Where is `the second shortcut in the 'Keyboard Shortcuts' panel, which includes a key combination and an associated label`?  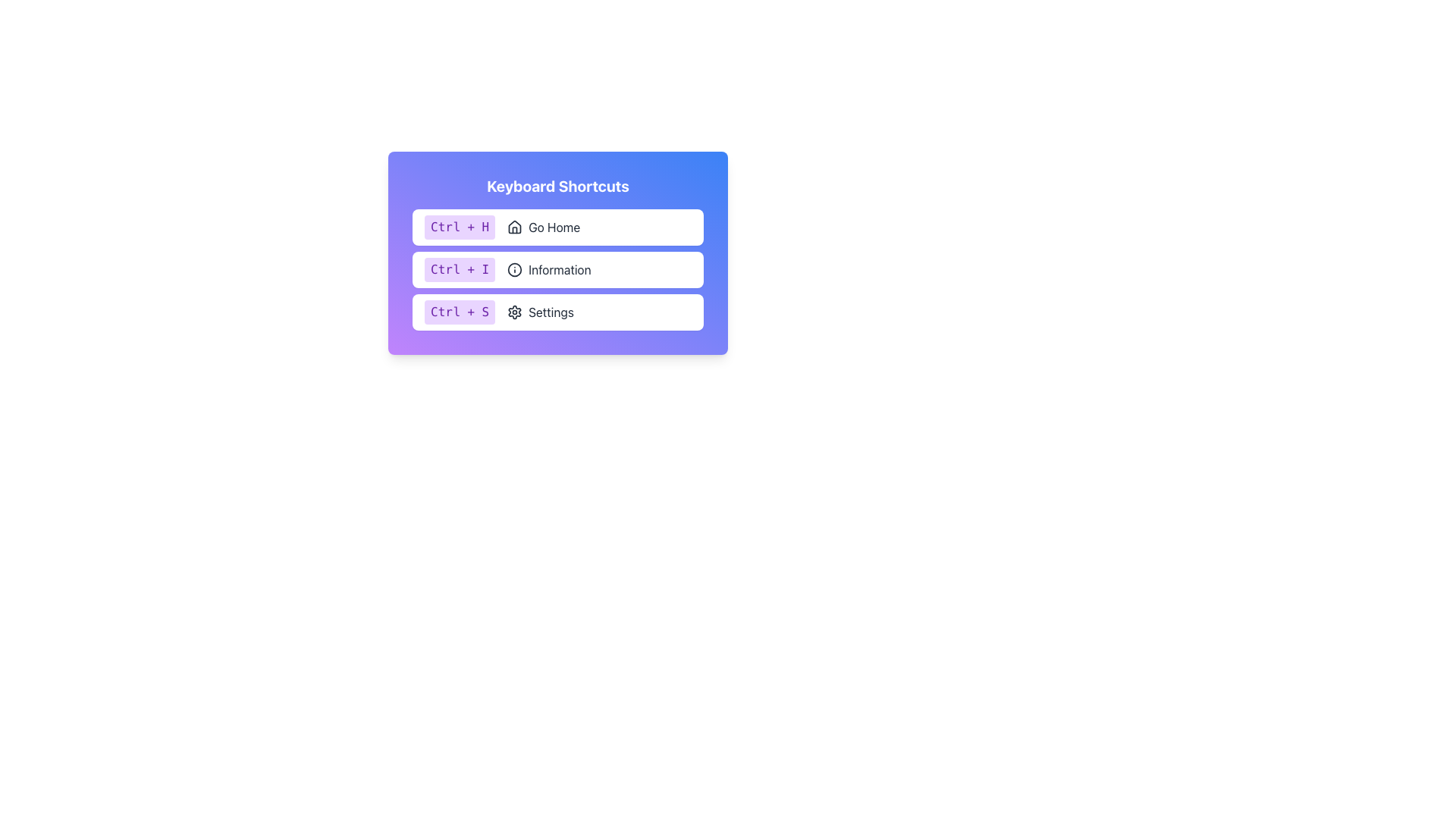 the second shortcut in the 'Keyboard Shortcuts' panel, which includes a key combination and an associated label is located at coordinates (557, 268).